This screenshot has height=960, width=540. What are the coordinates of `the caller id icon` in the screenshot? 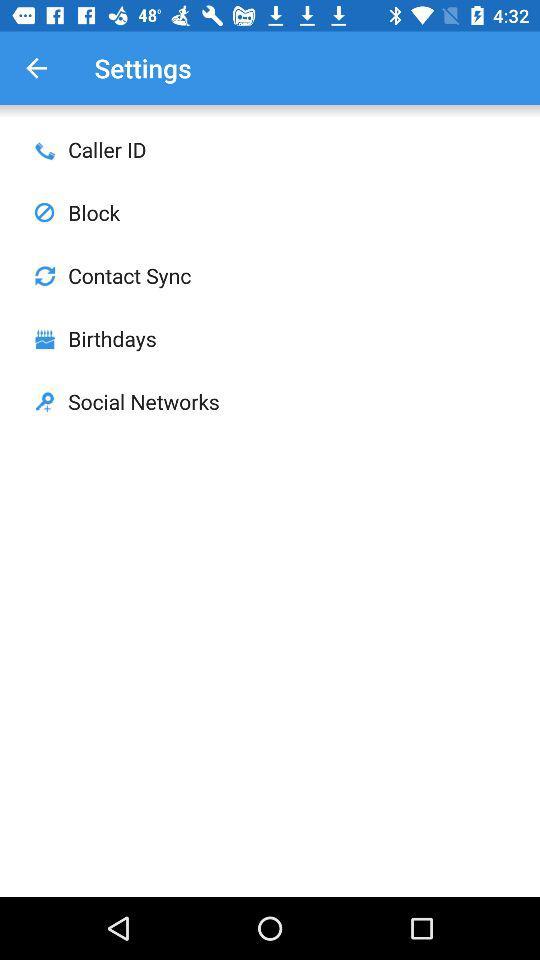 It's located at (44, 148).